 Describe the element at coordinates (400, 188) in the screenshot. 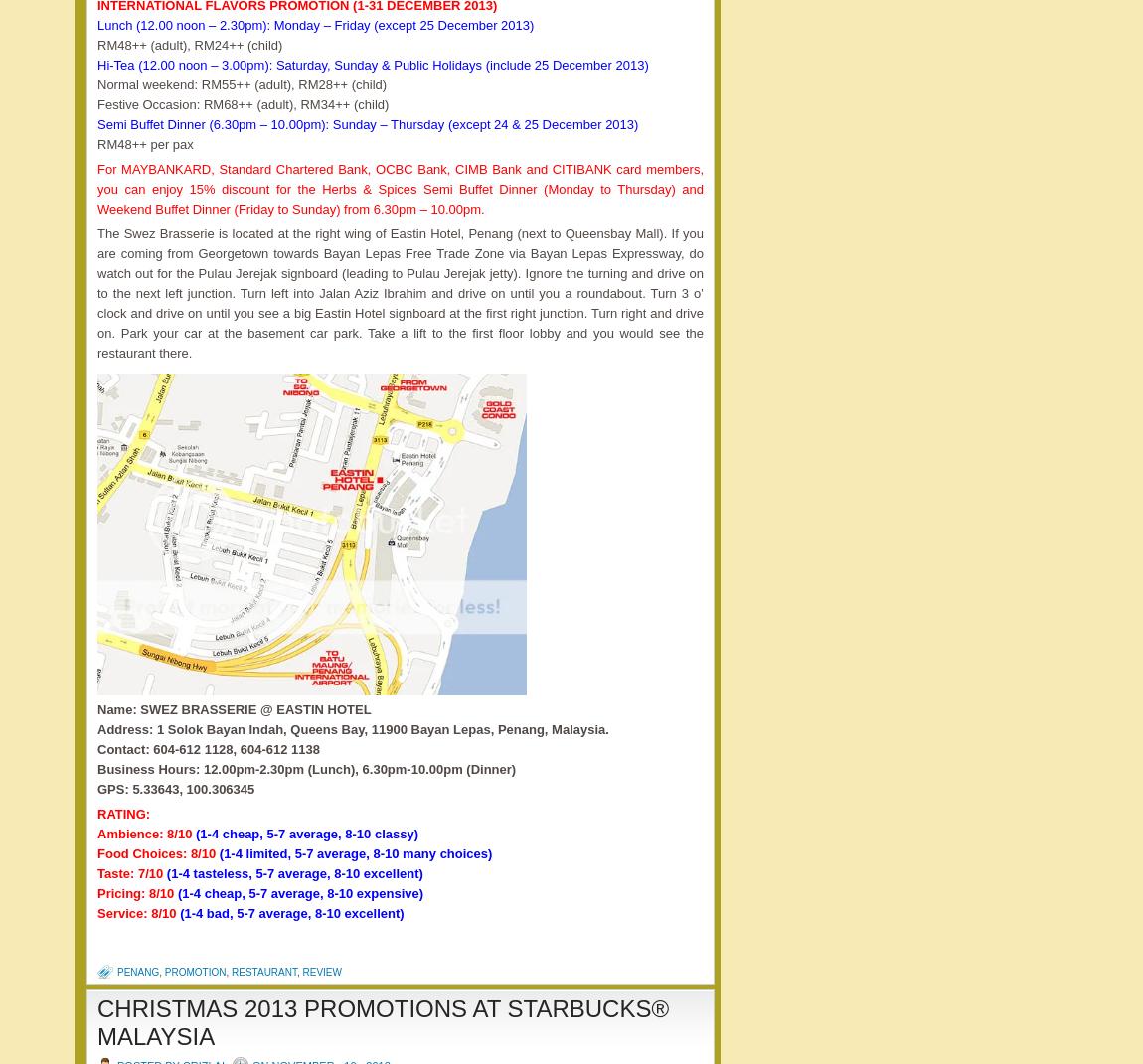

I see `'For MAYBANKARD, Standard Chartered Bank, OCBC Bank, CIMB Bank and CITIBANK card members, you can enjoy 15% discount for the Herbs & Spices Semi Buffet Dinner (Monday to Thursday) and Weekend Buffet Dinner (Friday to Sunday) from 6.30pm – 10.00pm.'` at that location.